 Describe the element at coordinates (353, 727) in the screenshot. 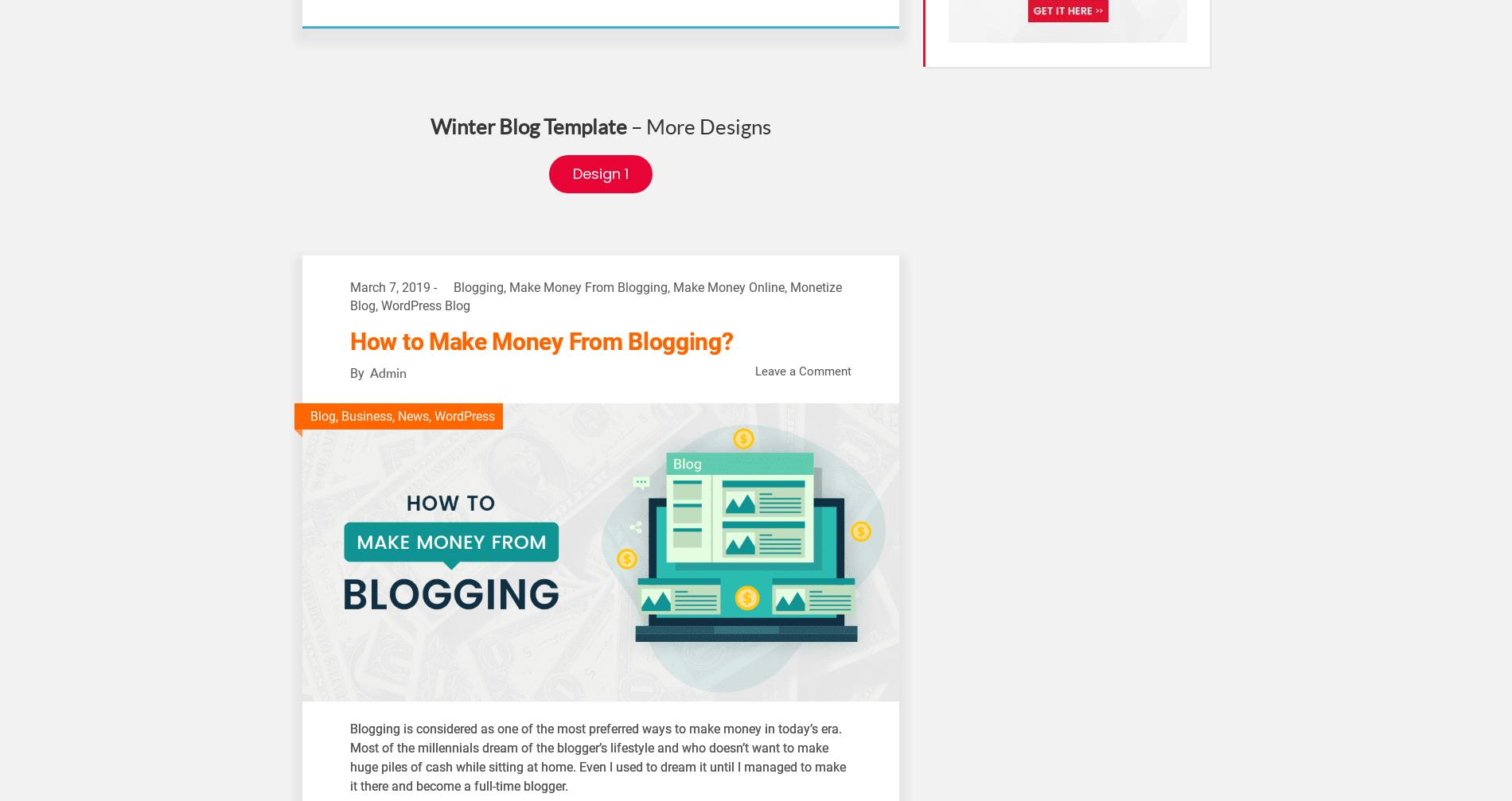

I see `'B'` at that location.